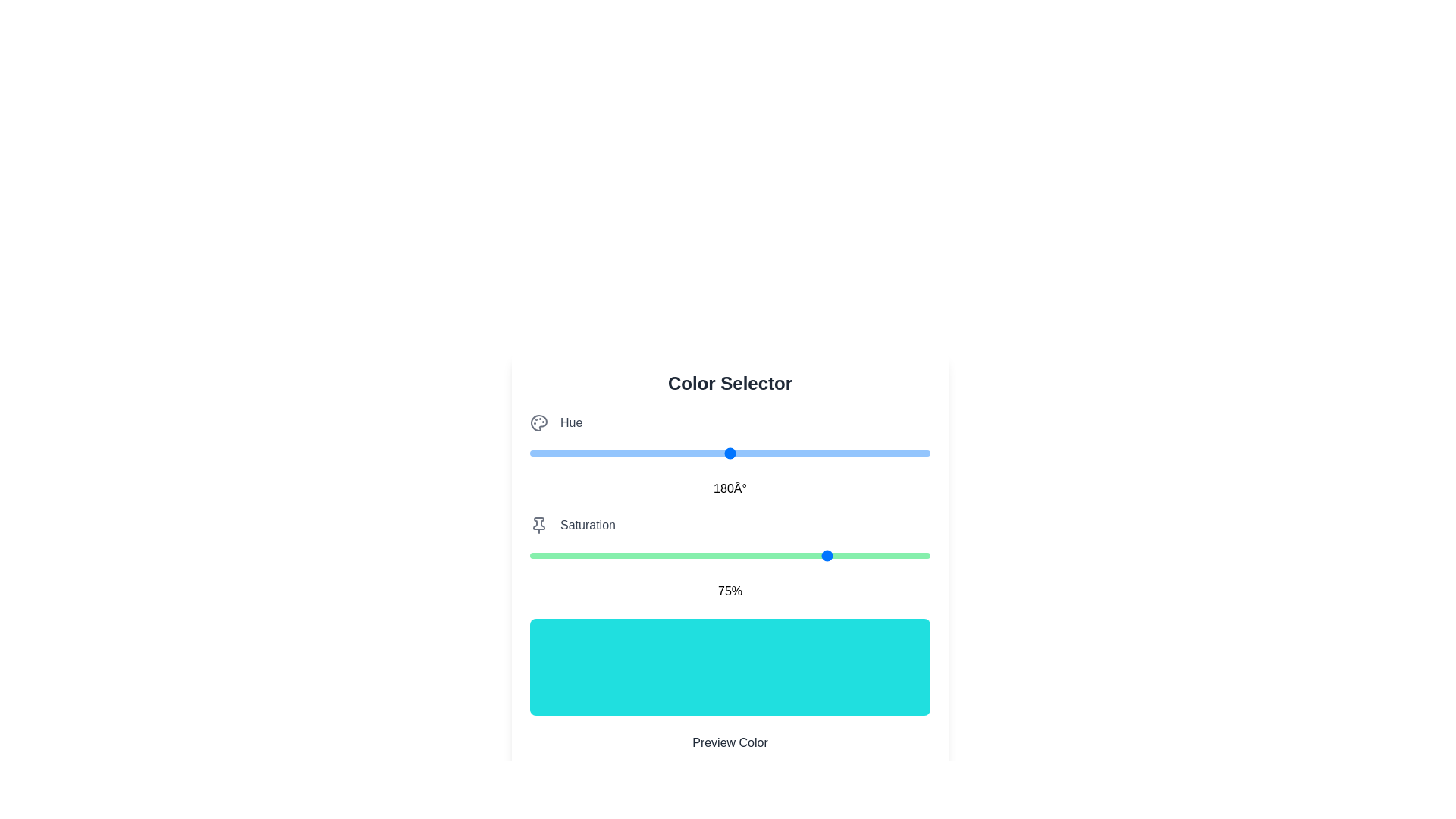 Image resolution: width=1456 pixels, height=819 pixels. What do you see at coordinates (730, 452) in the screenshot?
I see `the Hue slider located under the 'Hue' label and above the numeric value '180°' for keyboard interaction` at bounding box center [730, 452].